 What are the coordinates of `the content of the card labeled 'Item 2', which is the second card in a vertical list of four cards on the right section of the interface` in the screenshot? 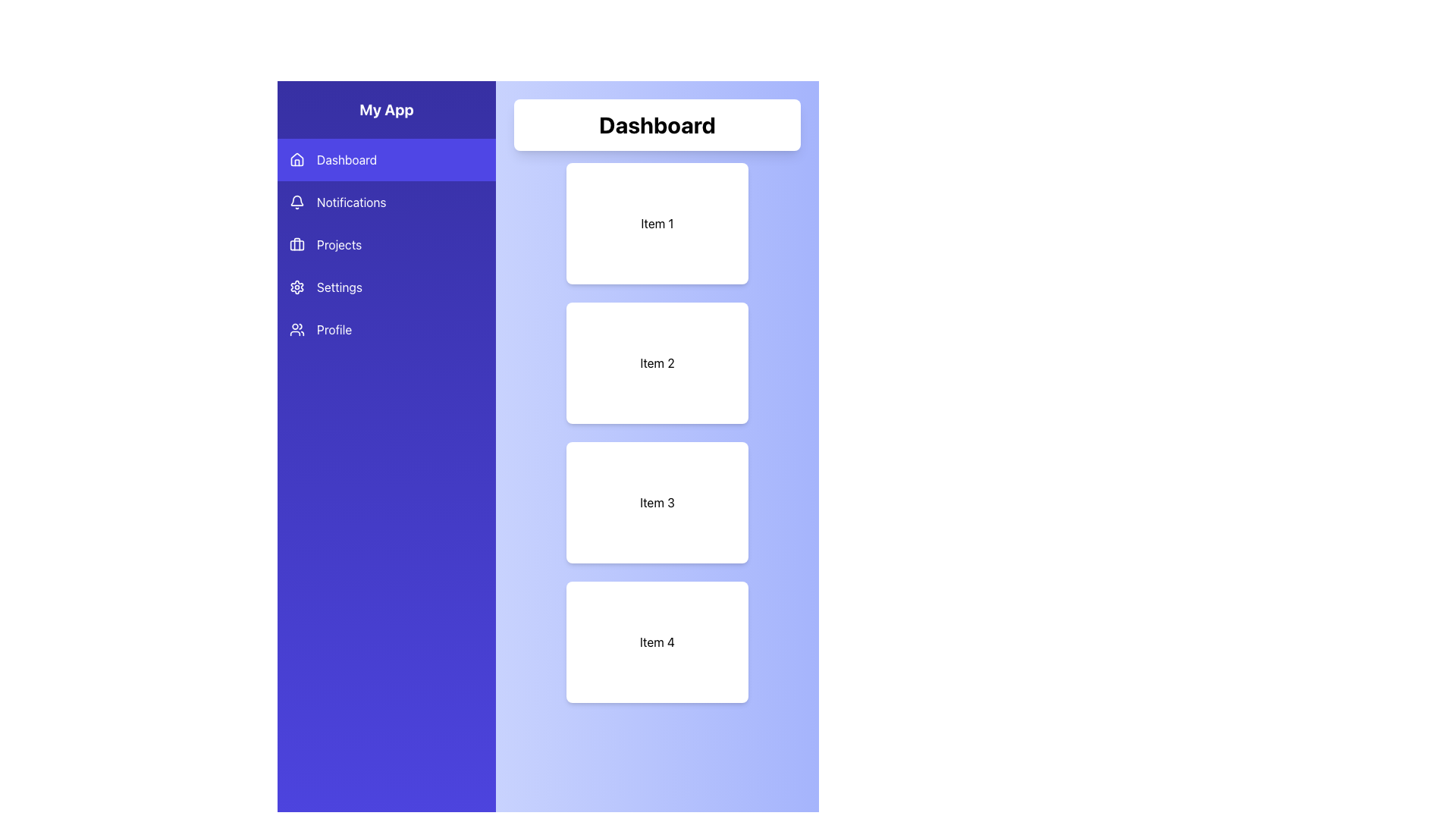 It's located at (657, 362).